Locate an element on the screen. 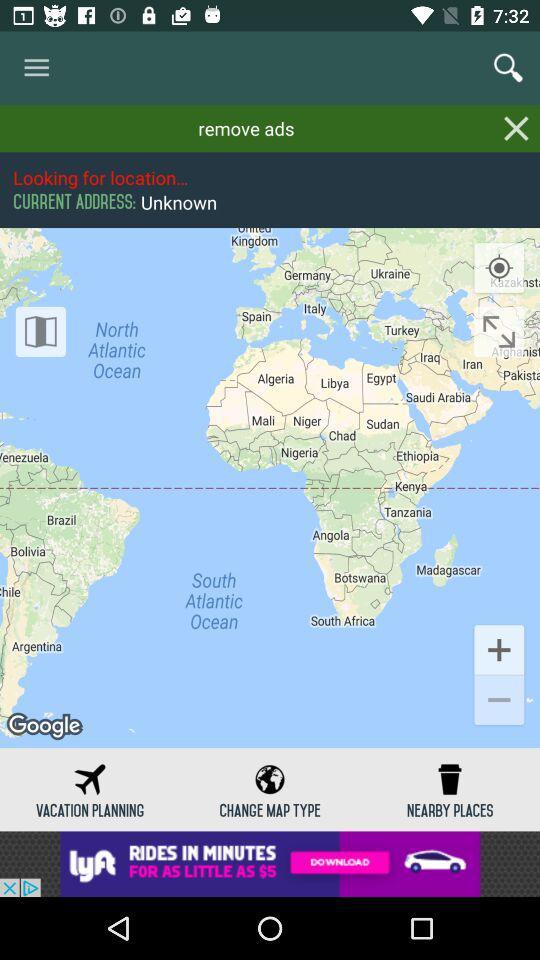  search is located at coordinates (508, 68).